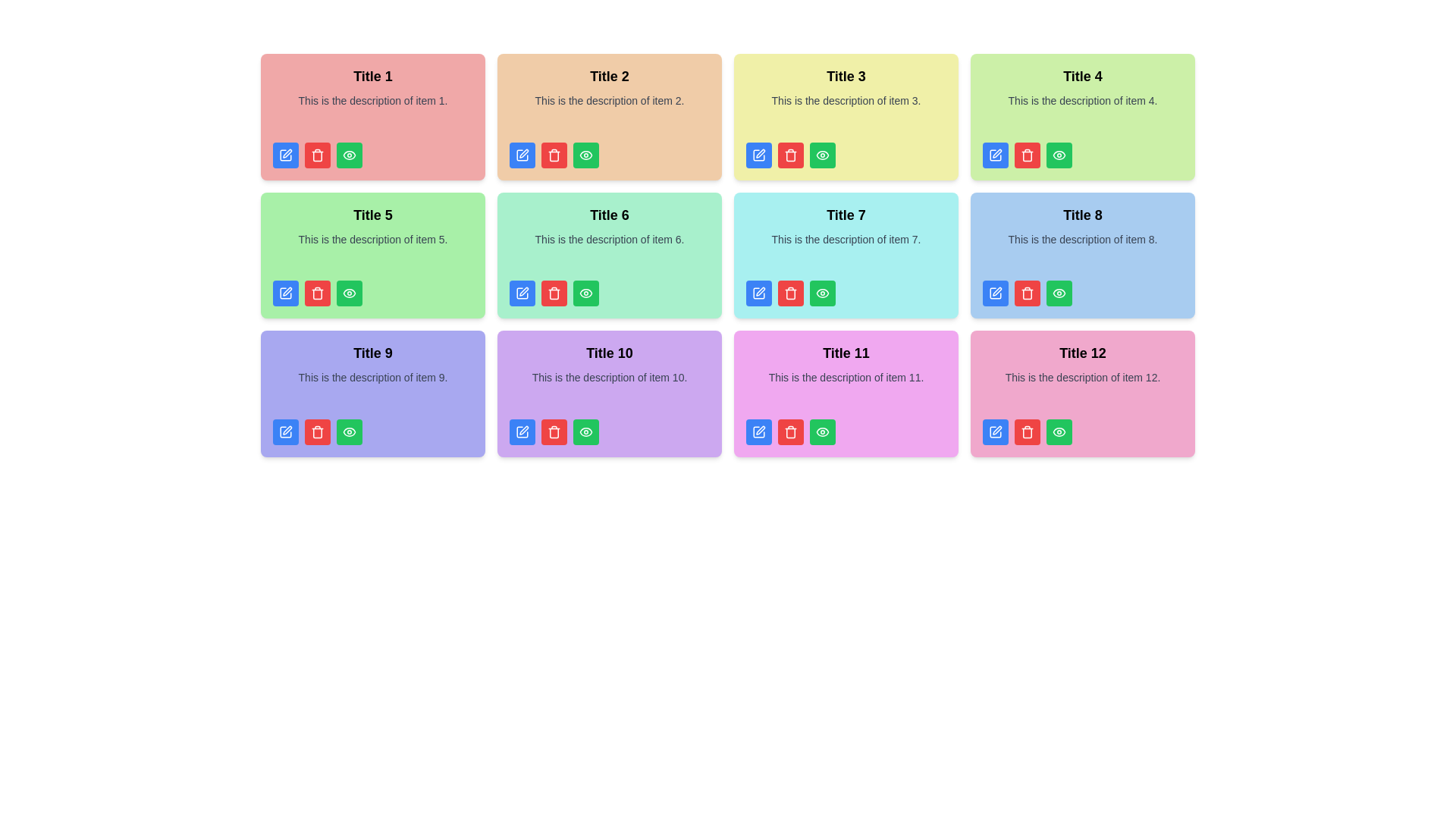 The width and height of the screenshot is (1456, 819). Describe the element at coordinates (846, 215) in the screenshot. I see `title from the Text label located in the third column of the second row in the grid layout, which serves as the main title for the associated description and actions` at that location.